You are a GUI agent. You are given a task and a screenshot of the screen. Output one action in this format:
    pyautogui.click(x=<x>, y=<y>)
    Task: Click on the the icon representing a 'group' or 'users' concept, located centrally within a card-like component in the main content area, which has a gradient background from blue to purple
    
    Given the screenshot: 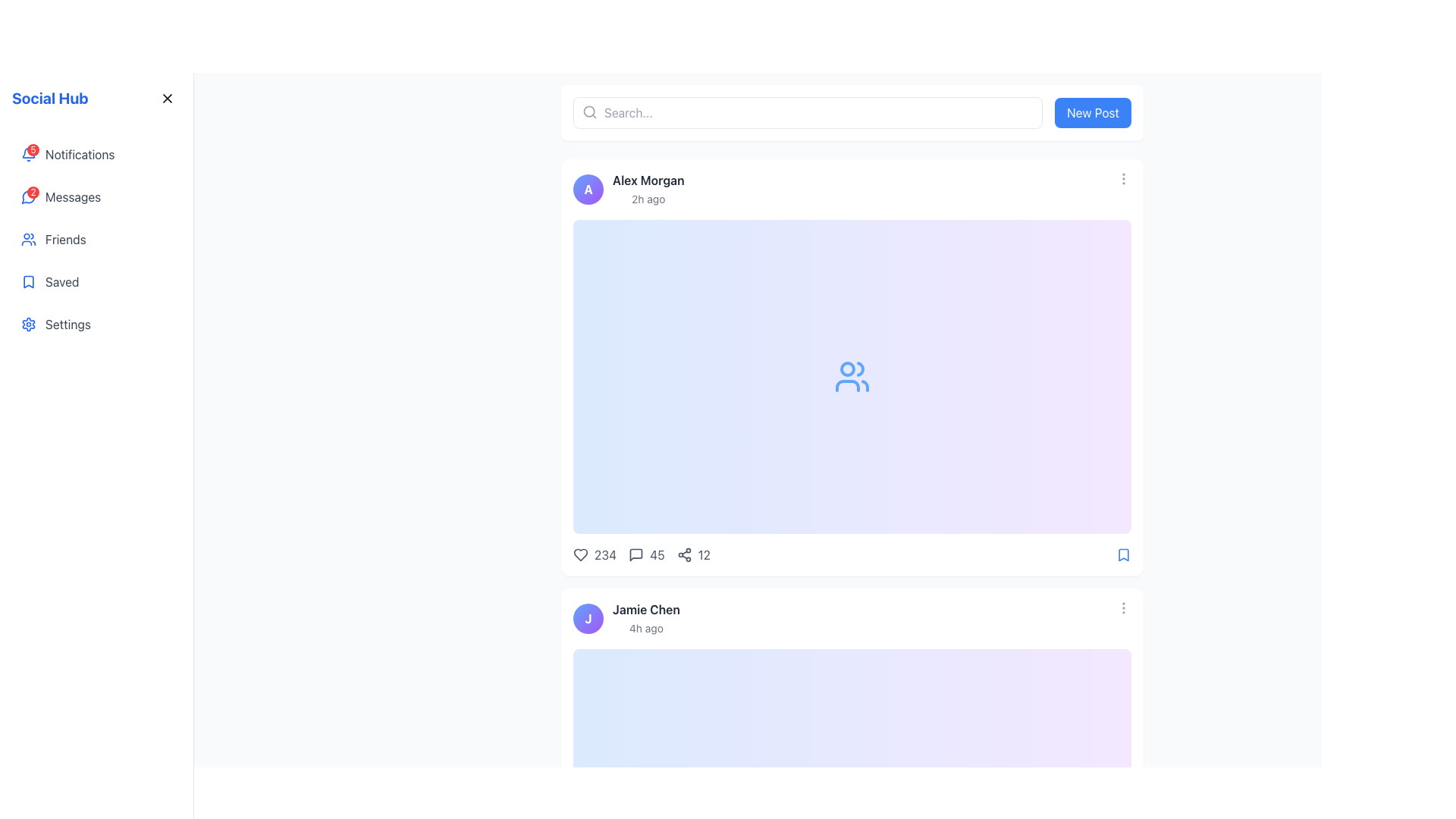 What is the action you would take?
    pyautogui.click(x=852, y=376)
    